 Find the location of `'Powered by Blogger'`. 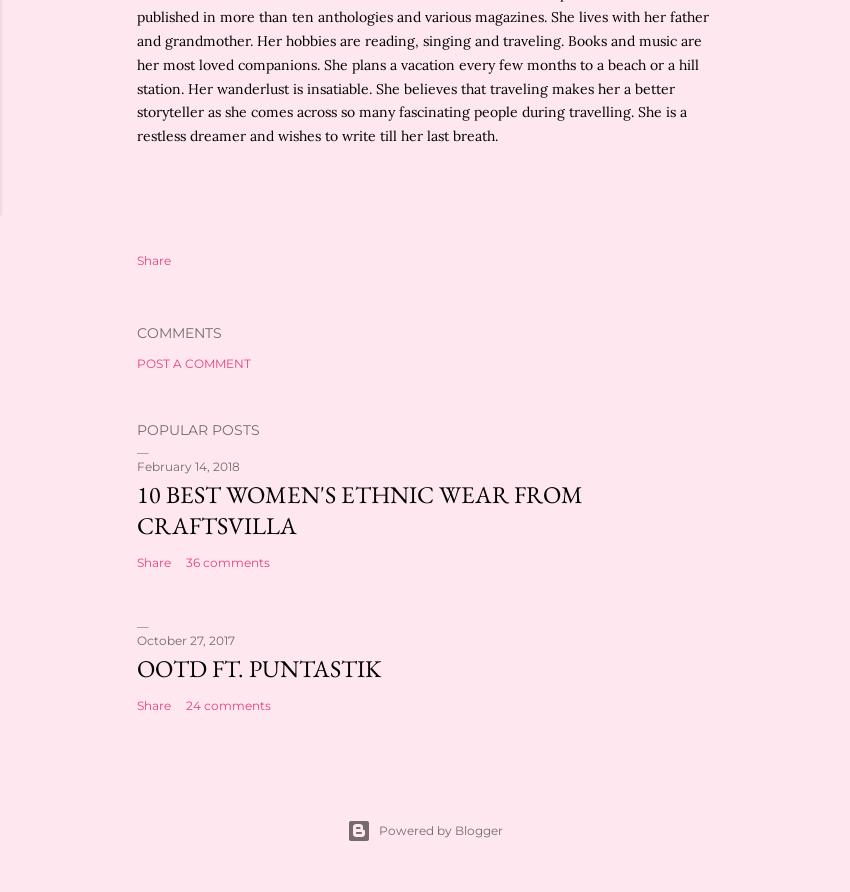

'Powered by Blogger' is located at coordinates (439, 829).